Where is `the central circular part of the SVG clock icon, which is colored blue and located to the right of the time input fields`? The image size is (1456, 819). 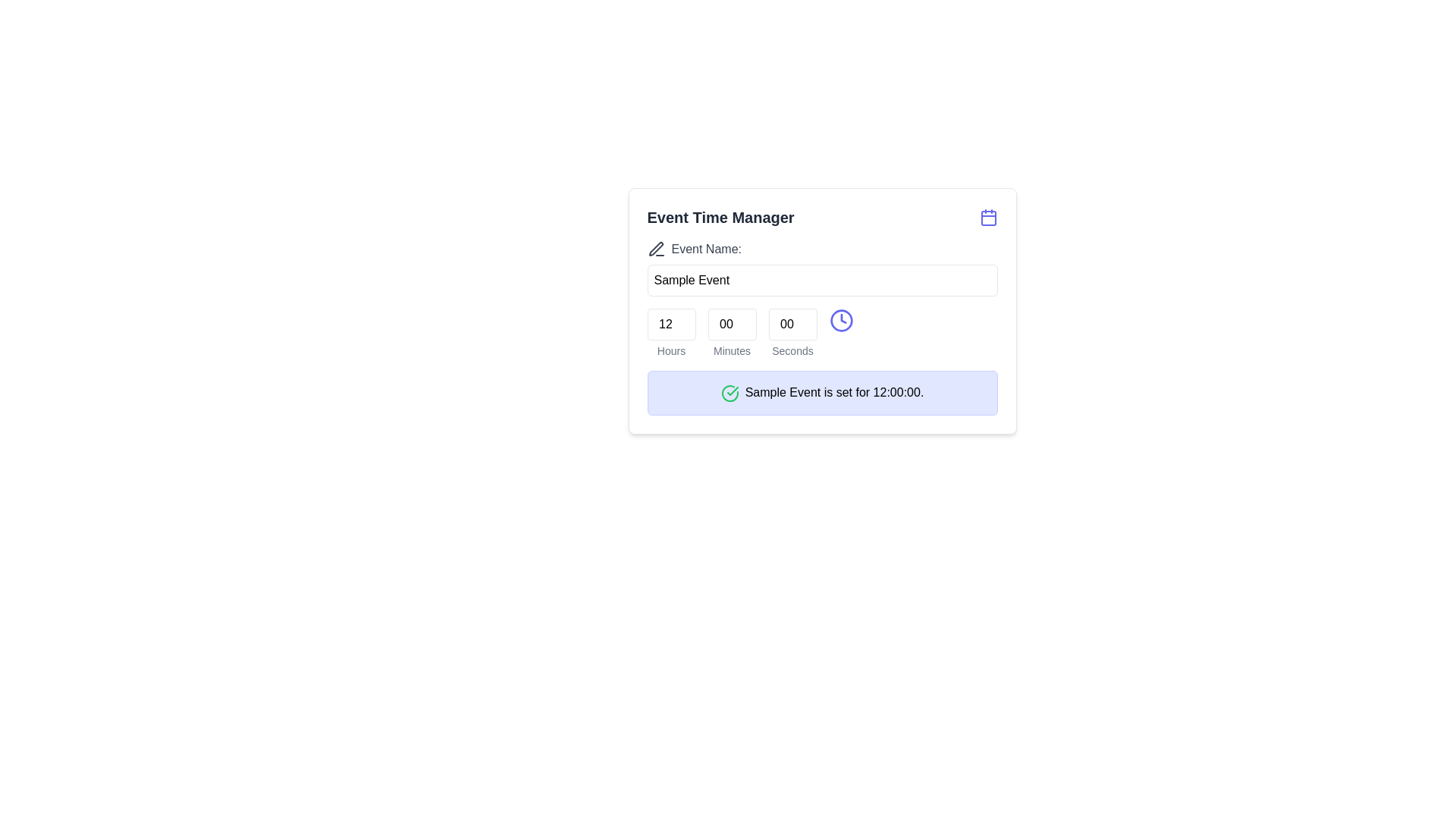
the central circular part of the SVG clock icon, which is colored blue and located to the right of the time input fields is located at coordinates (840, 320).